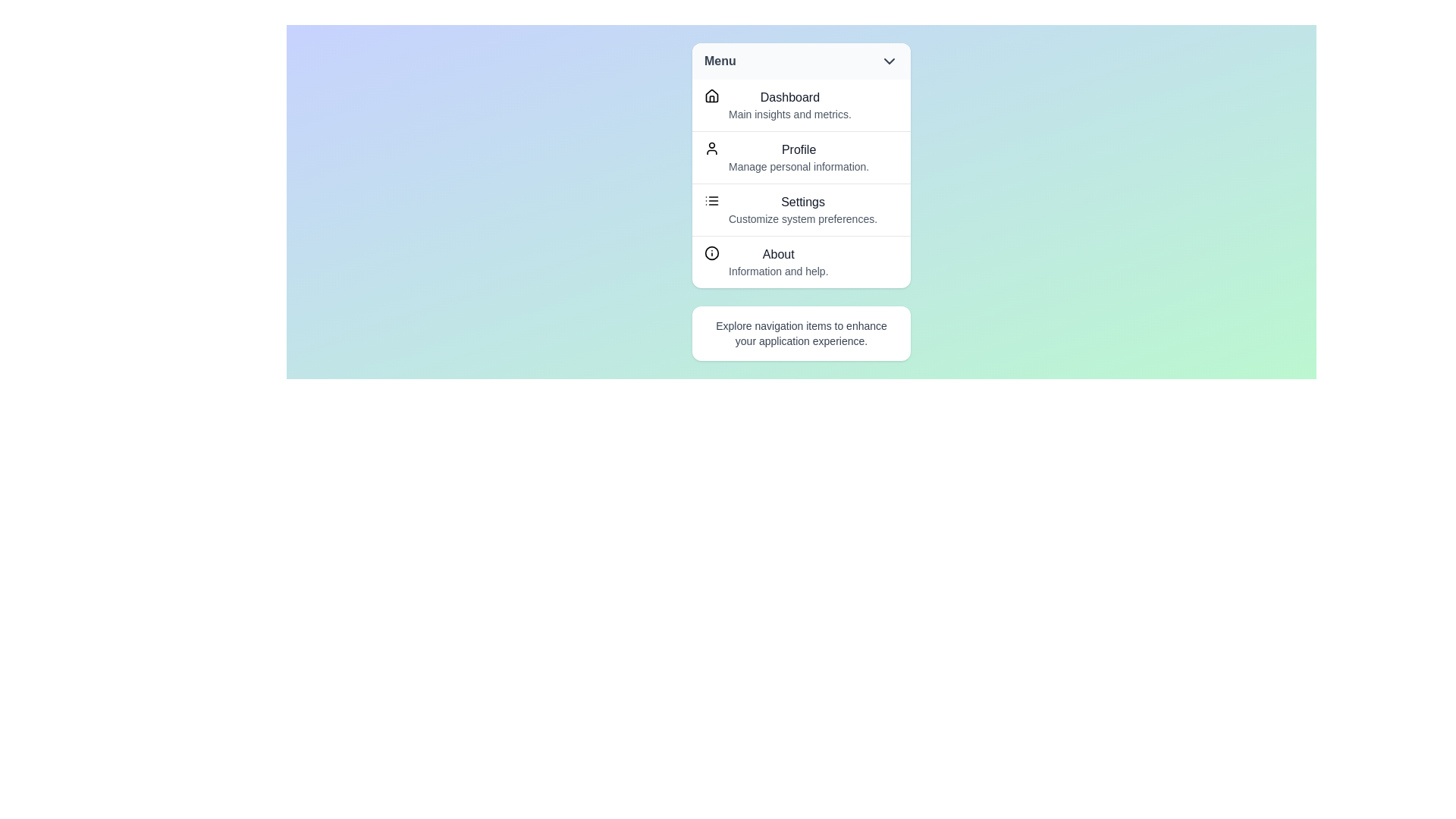  Describe the element at coordinates (800, 157) in the screenshot. I see `the menu item labeled Profile to preview its details` at that location.